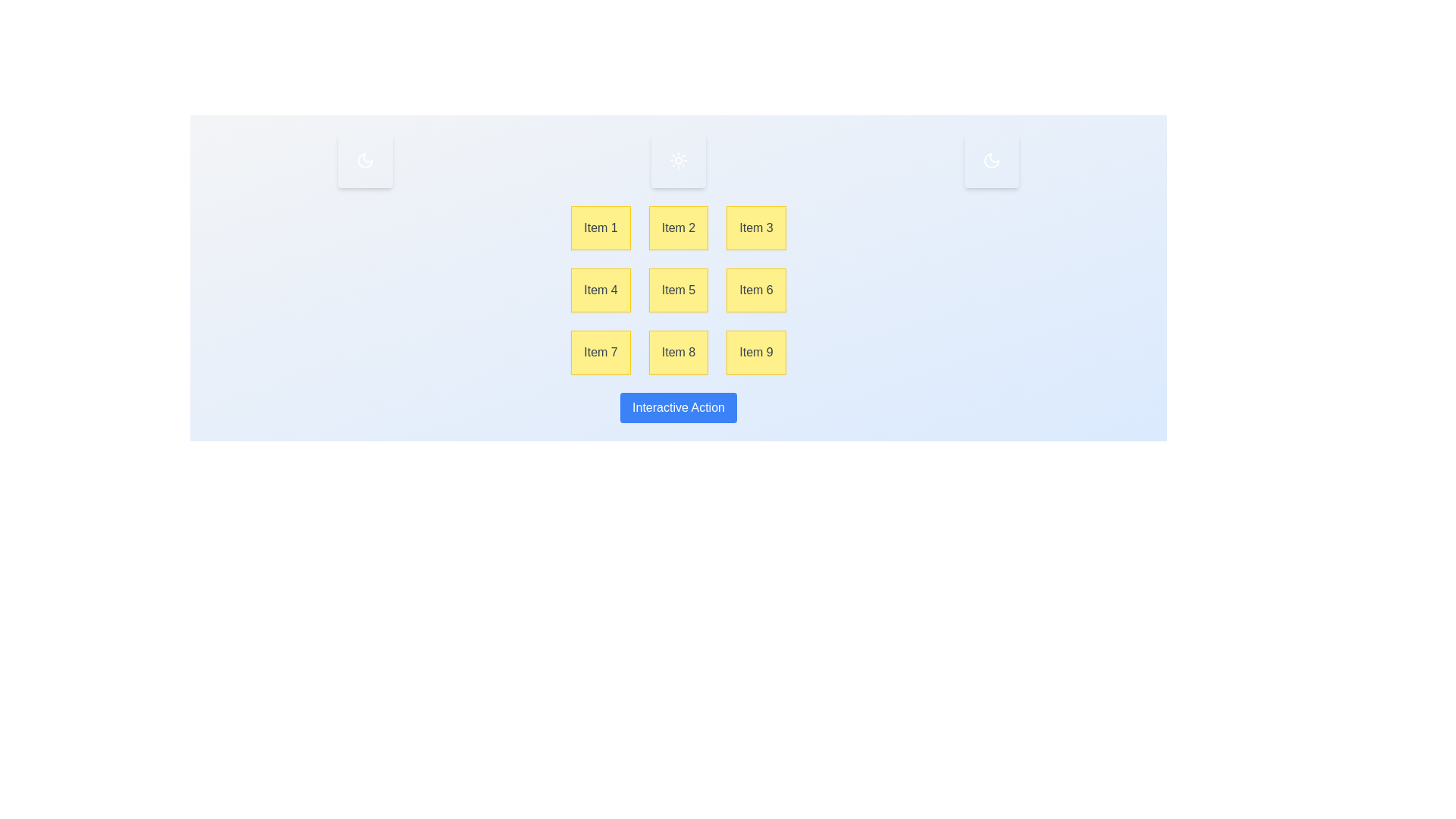  What do you see at coordinates (677, 290) in the screenshot?
I see `the label or static block located in the middle column and middle row of a 3x3 grid layout, which serves as an informational or selection element` at bounding box center [677, 290].